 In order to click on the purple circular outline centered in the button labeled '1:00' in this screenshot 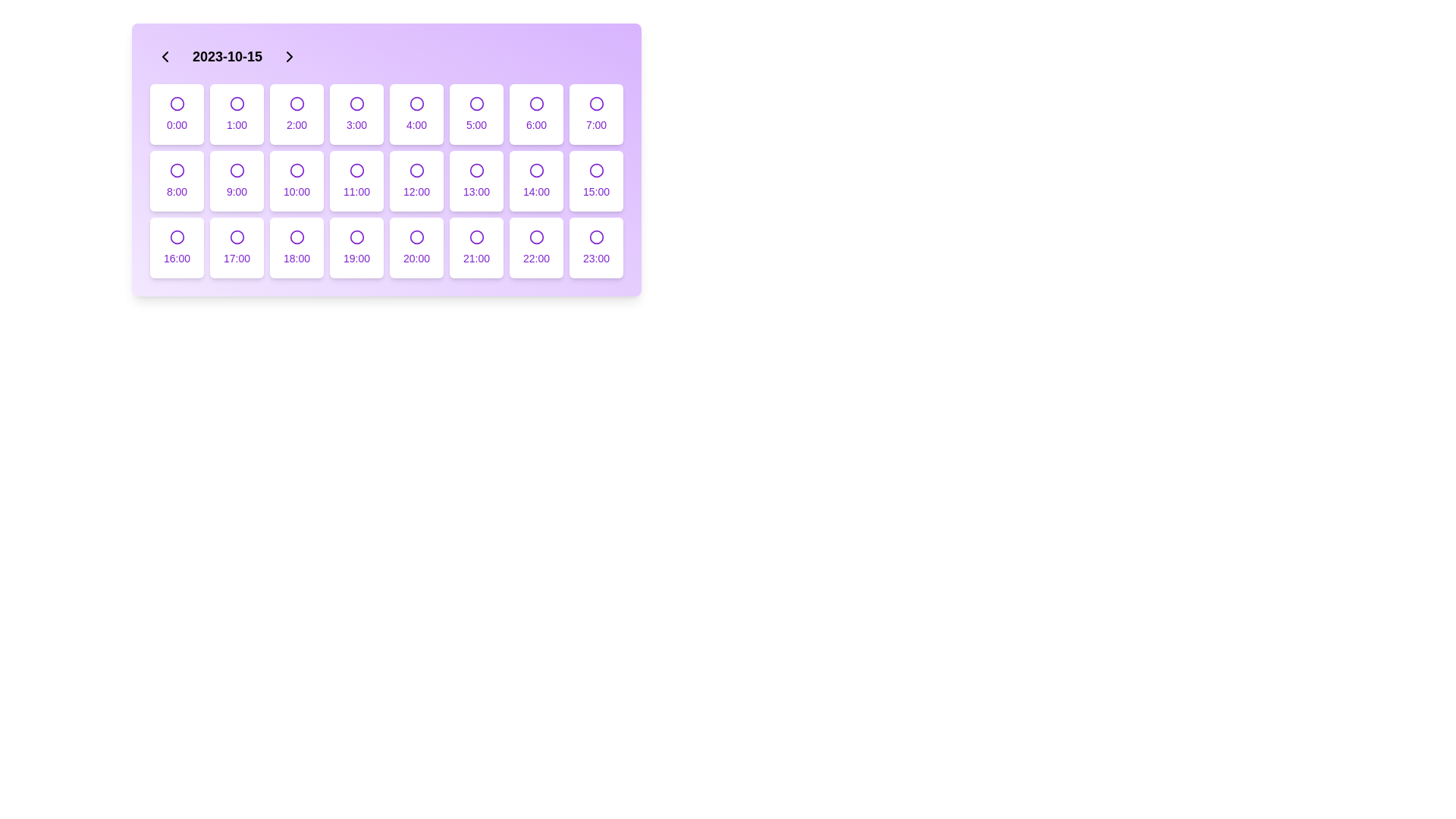, I will do `click(236, 103)`.